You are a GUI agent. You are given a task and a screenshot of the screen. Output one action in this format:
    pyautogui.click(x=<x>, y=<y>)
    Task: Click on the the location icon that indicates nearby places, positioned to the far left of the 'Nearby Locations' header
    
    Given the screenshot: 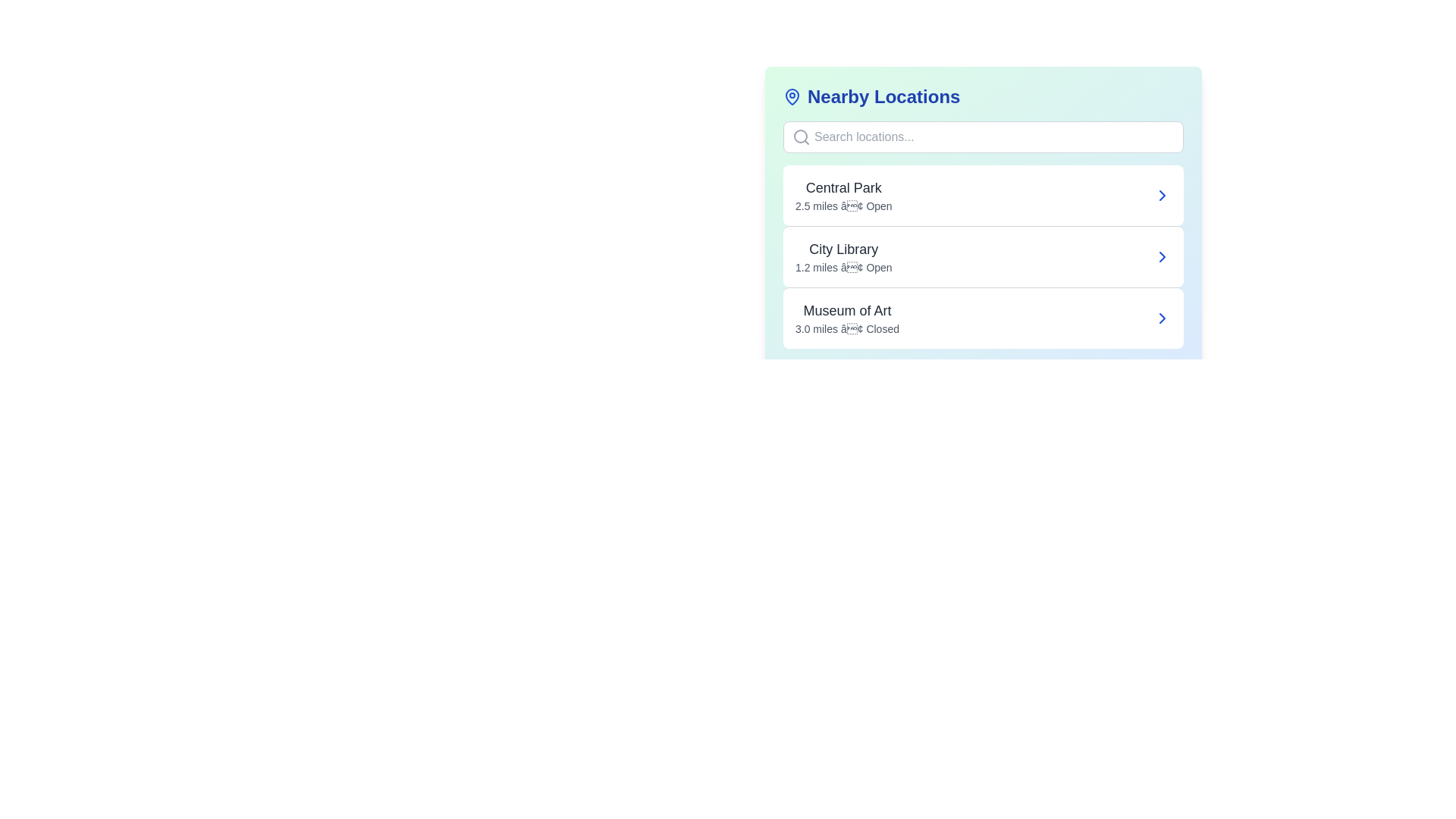 What is the action you would take?
    pyautogui.click(x=792, y=96)
    